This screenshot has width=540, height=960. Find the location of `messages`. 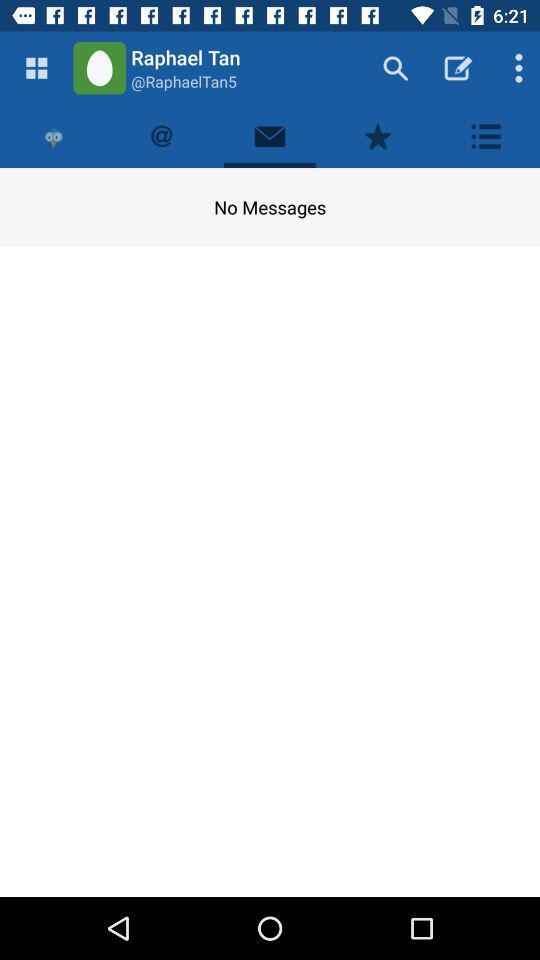

messages is located at coordinates (270, 135).